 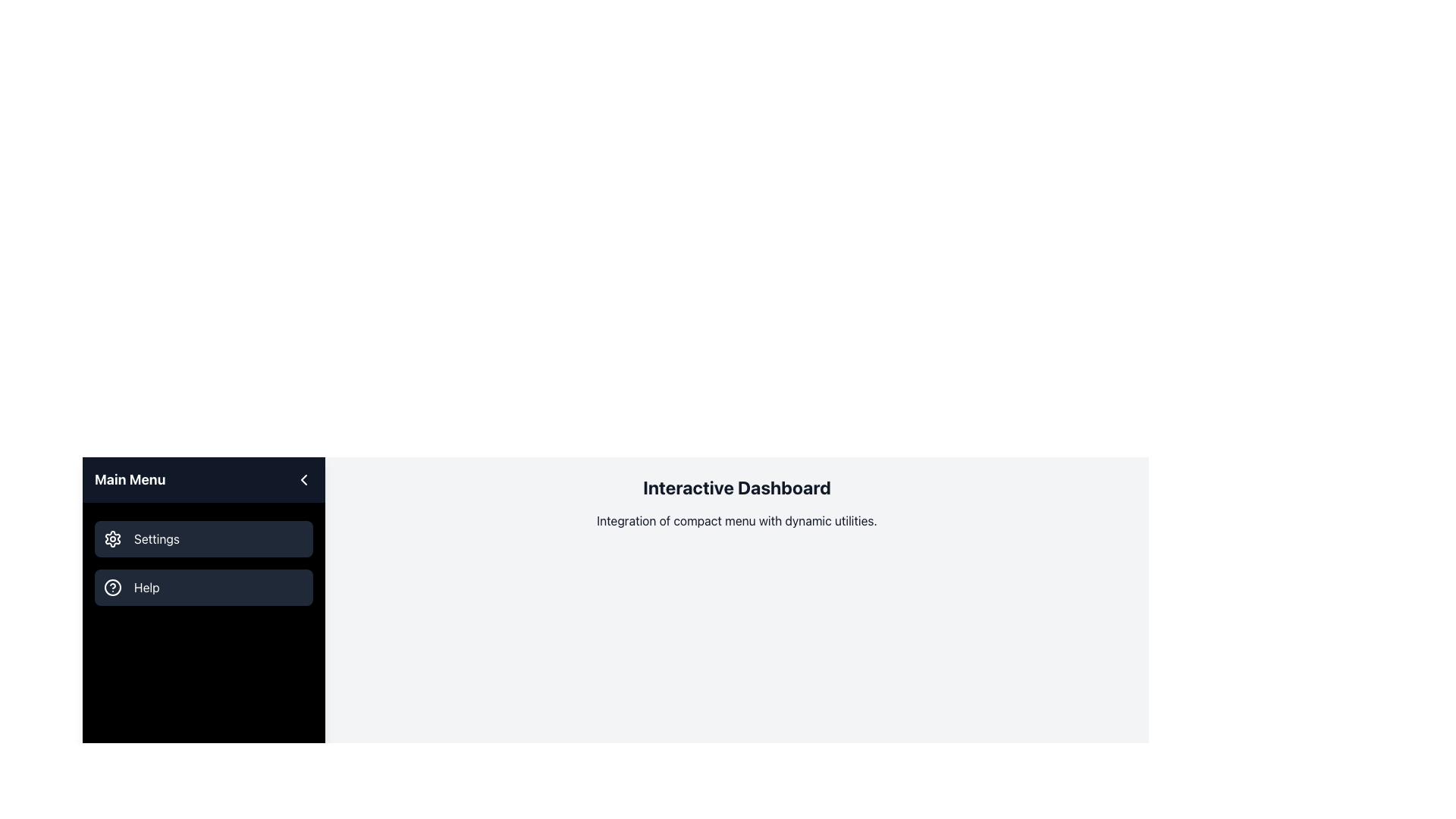 What do you see at coordinates (202, 587) in the screenshot?
I see `the 'Help' button in the side menu` at bounding box center [202, 587].